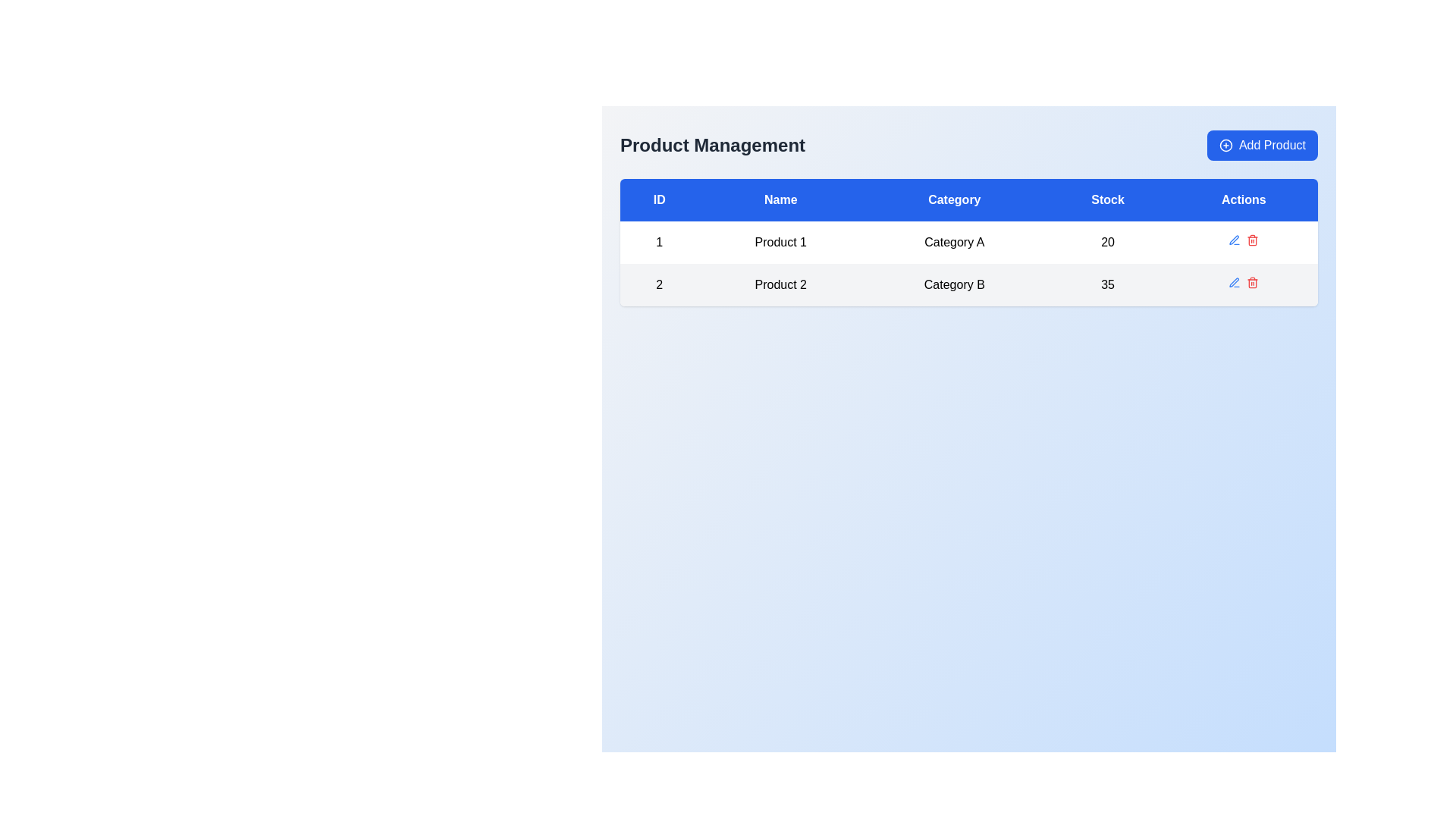 Image resolution: width=1456 pixels, height=819 pixels. Describe the element at coordinates (780, 242) in the screenshot. I see `the text display label showing 'Product 1' in the first row of the table under the 'Name' column` at that location.